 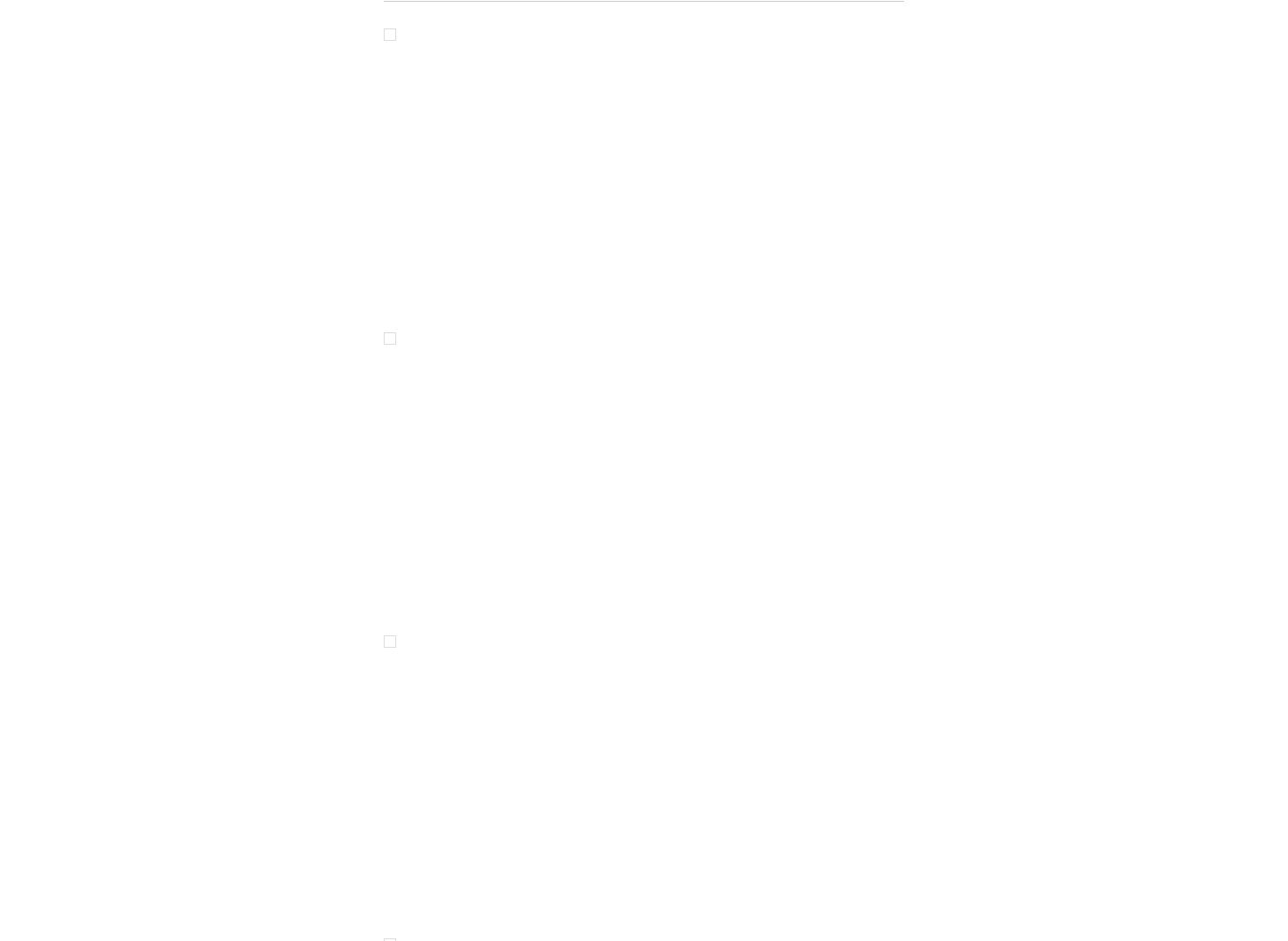 I want to click on 'Courtesy of the Institute of Classical Architecture & Art', so click(x=541, y=251).